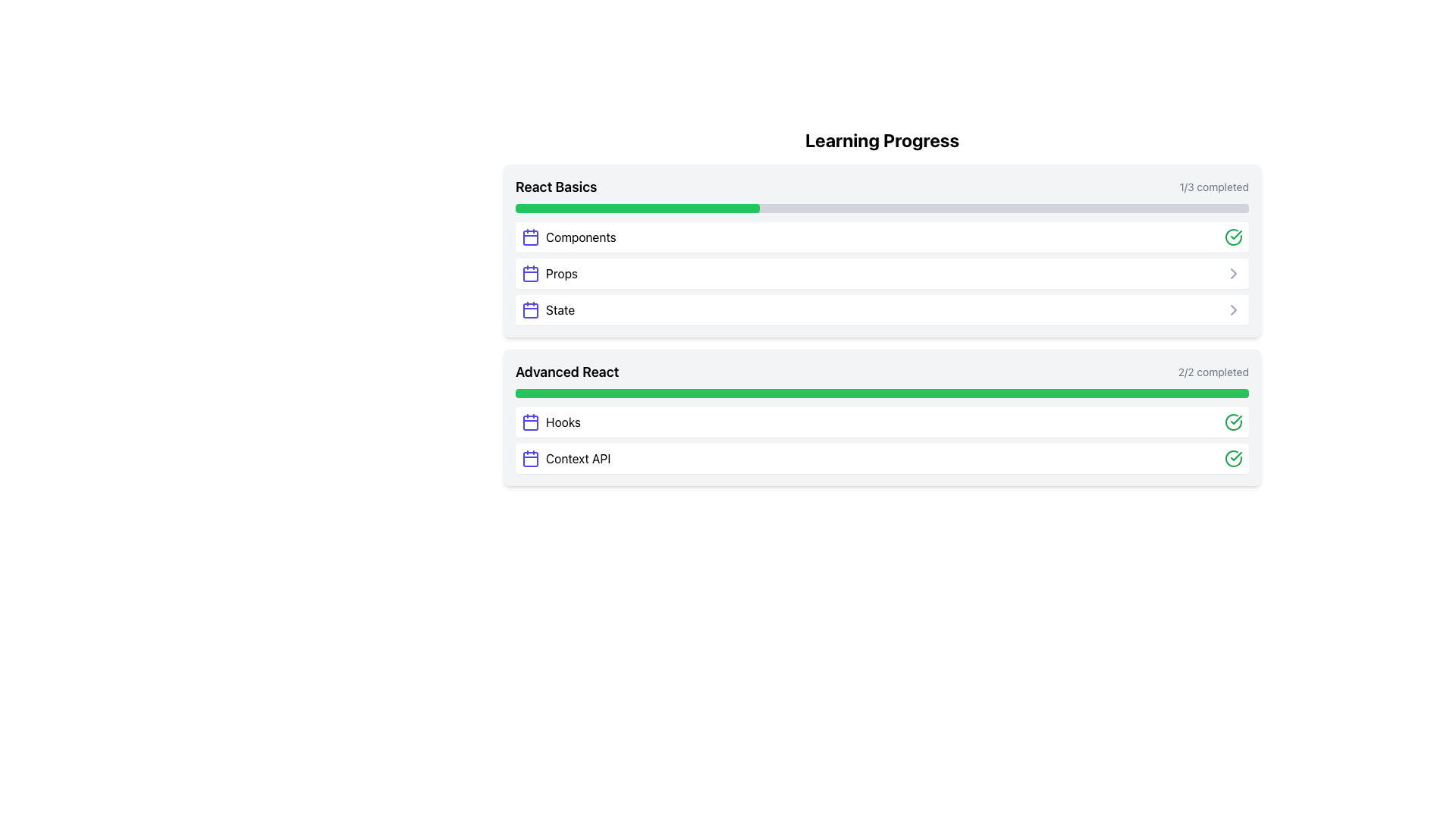  Describe the element at coordinates (560, 309) in the screenshot. I see `the 'State' label, which is the third item in the 'React Basics' section, positioned below 'Props' and above the dividing space` at that location.